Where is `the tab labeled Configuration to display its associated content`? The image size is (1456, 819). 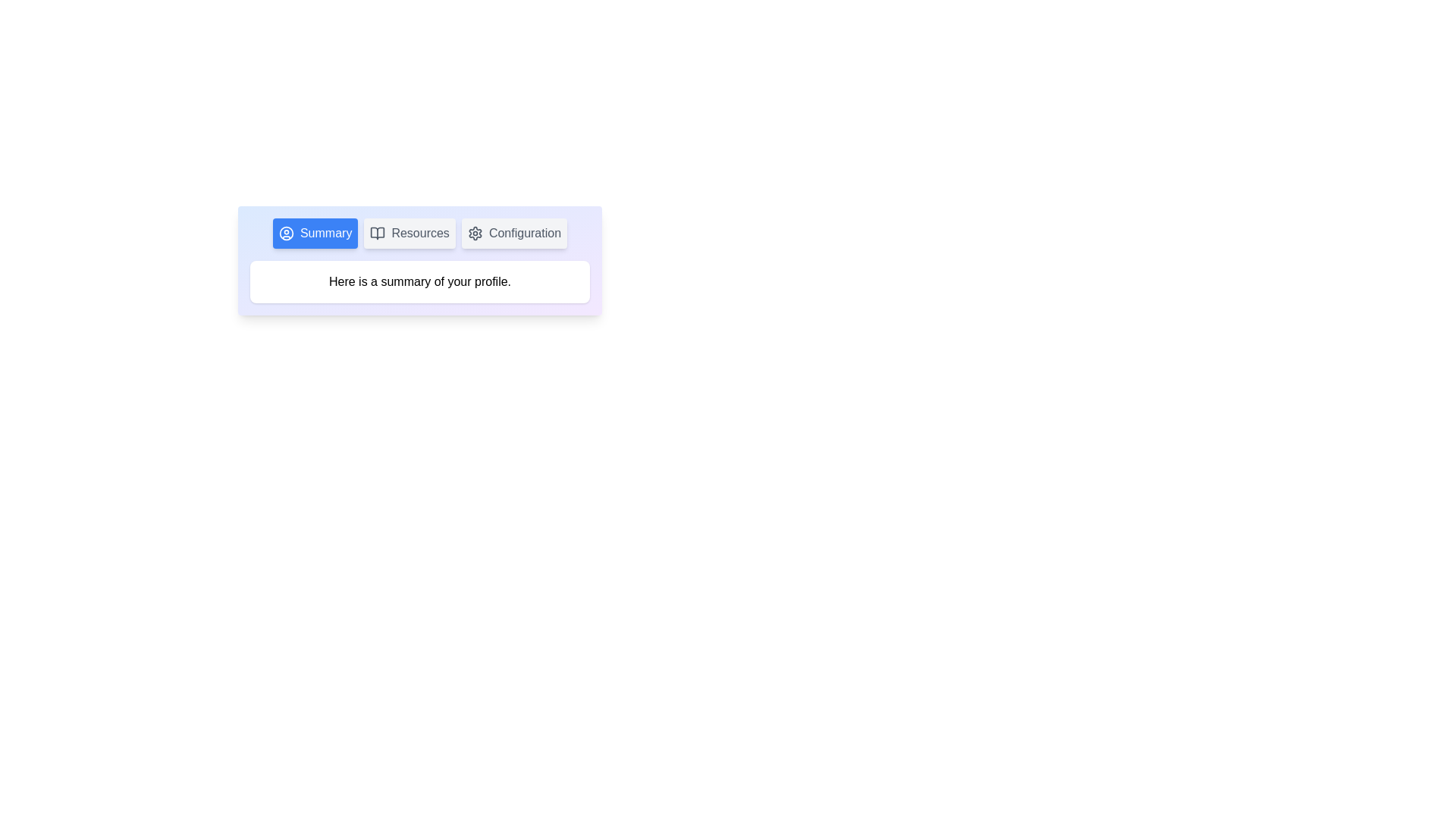
the tab labeled Configuration to display its associated content is located at coordinates (514, 234).